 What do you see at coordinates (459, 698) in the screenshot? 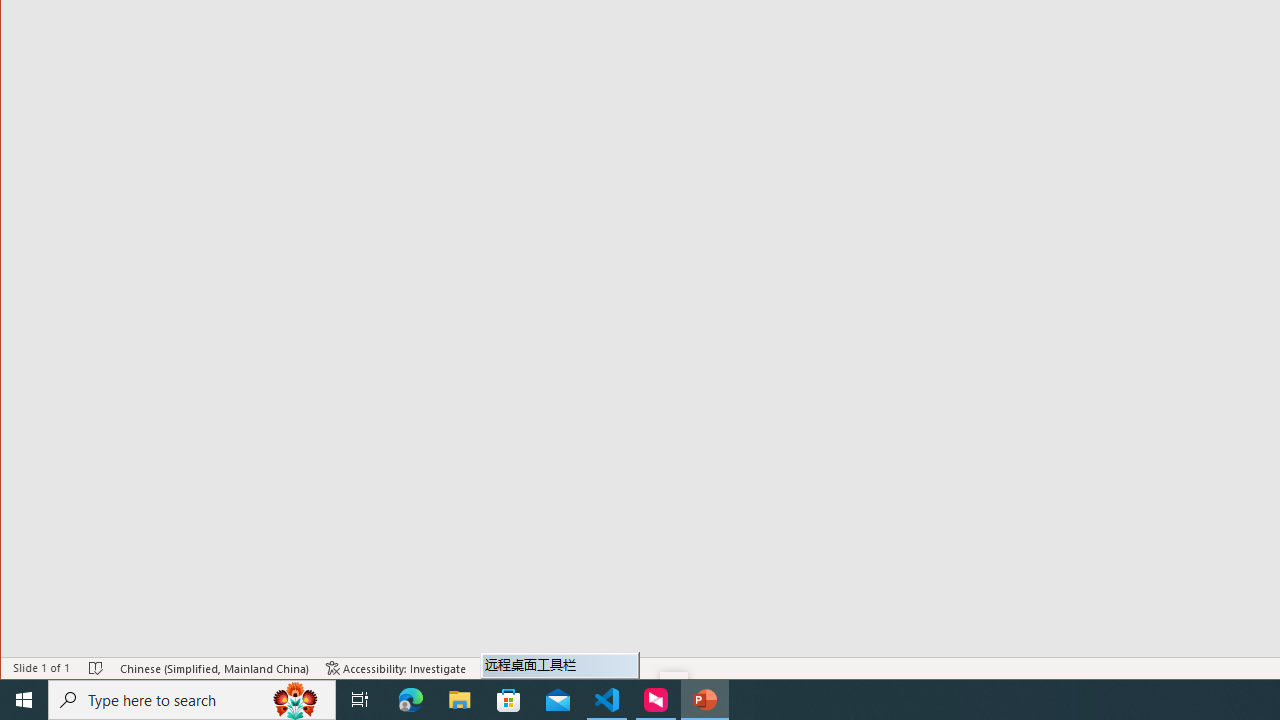
I see `'File Explorer'` at bounding box center [459, 698].